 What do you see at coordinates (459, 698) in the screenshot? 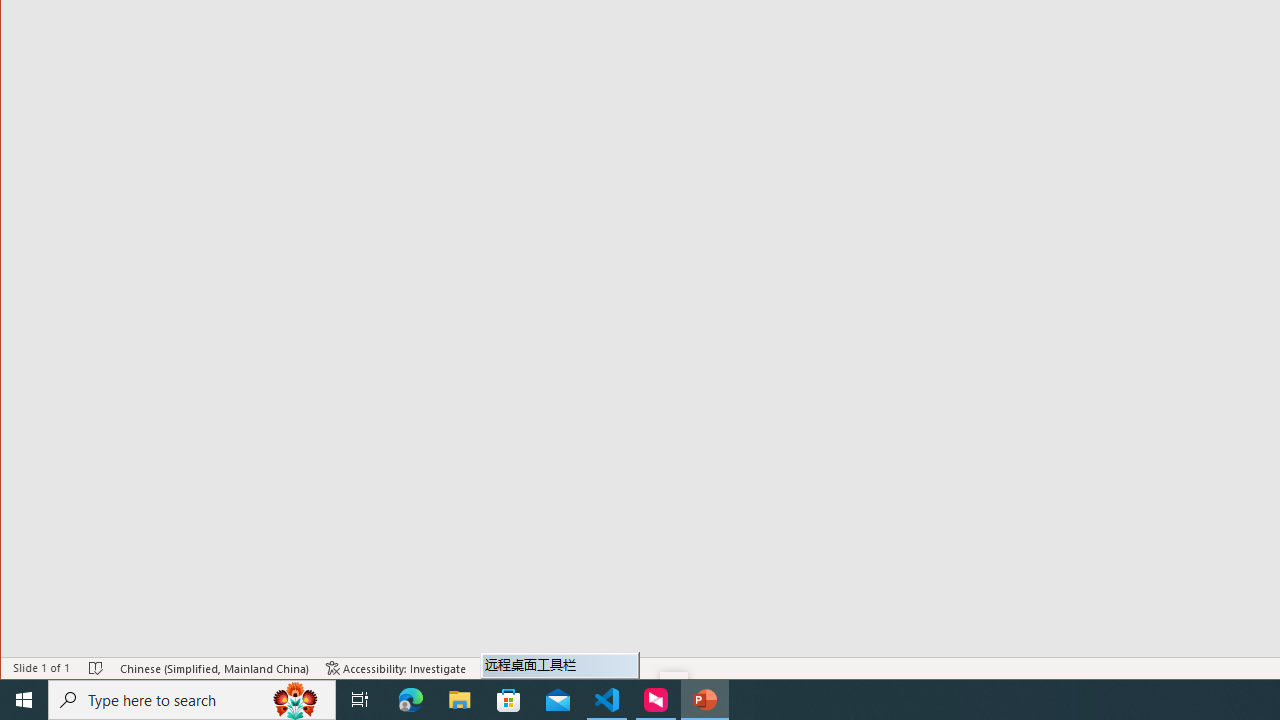
I see `'File Explorer'` at bounding box center [459, 698].